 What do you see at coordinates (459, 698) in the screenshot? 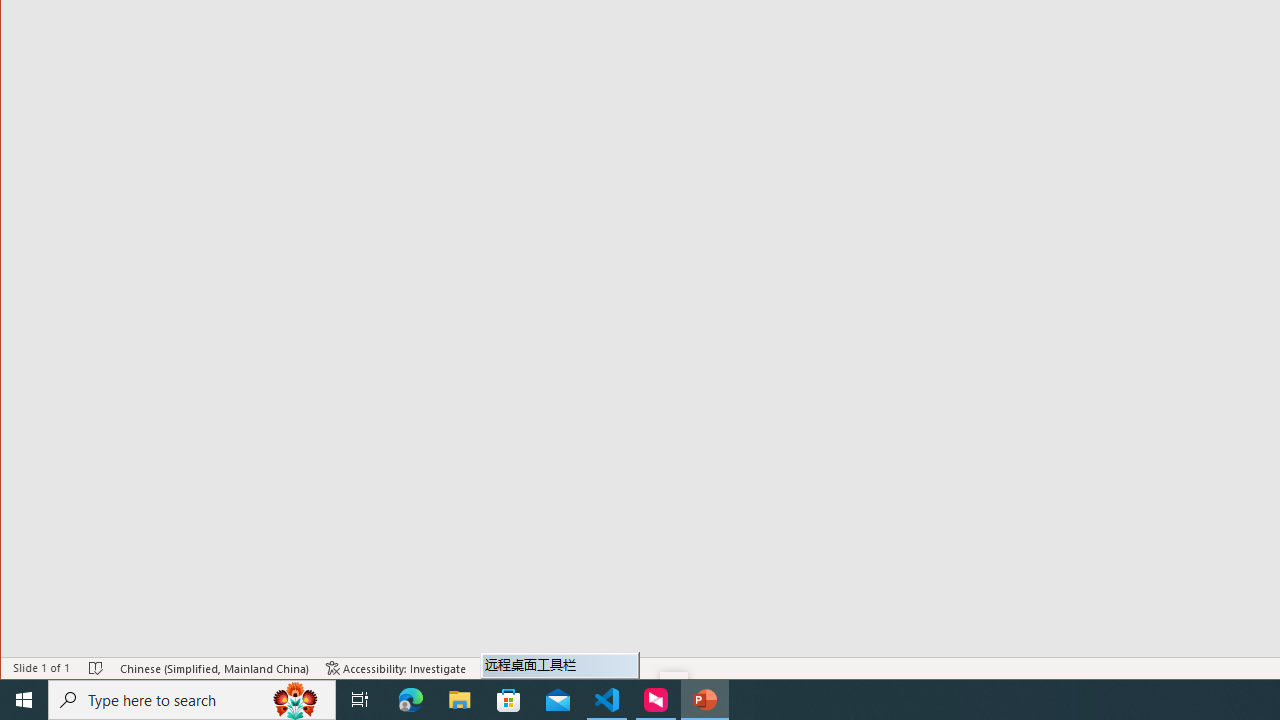
I see `'File Explorer'` at bounding box center [459, 698].